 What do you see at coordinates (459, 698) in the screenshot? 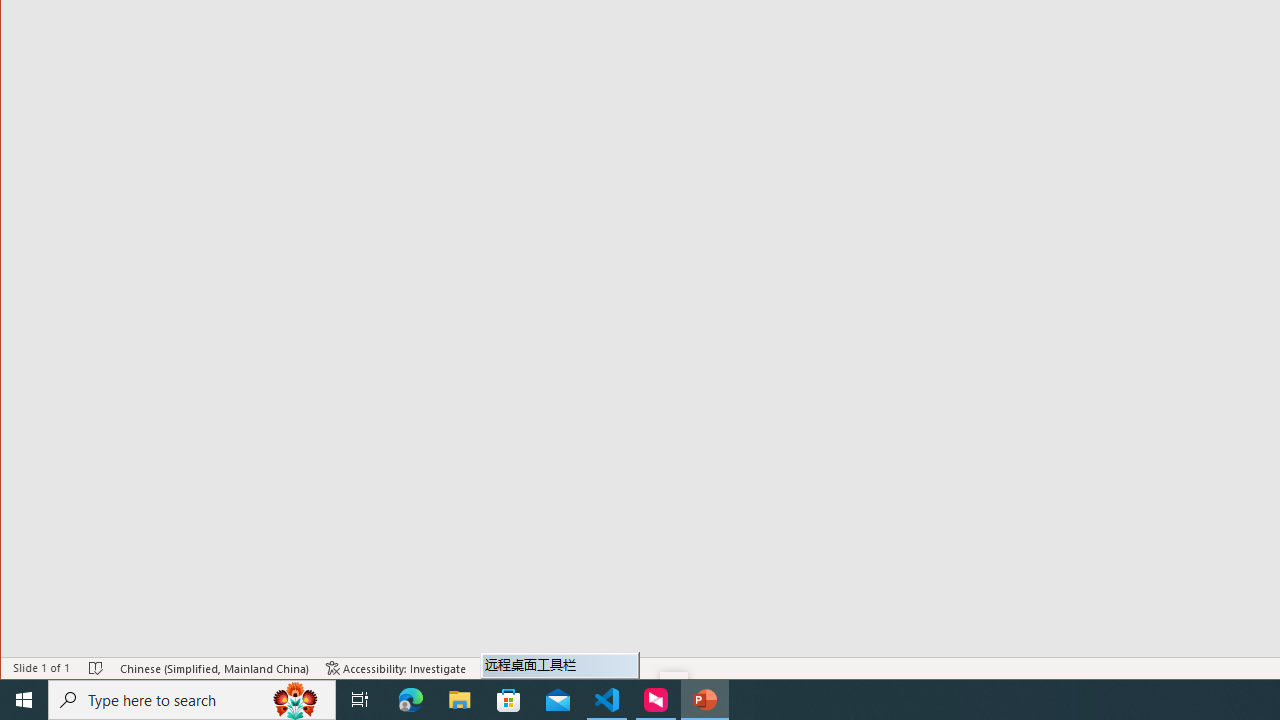
I see `'File Explorer'` at bounding box center [459, 698].